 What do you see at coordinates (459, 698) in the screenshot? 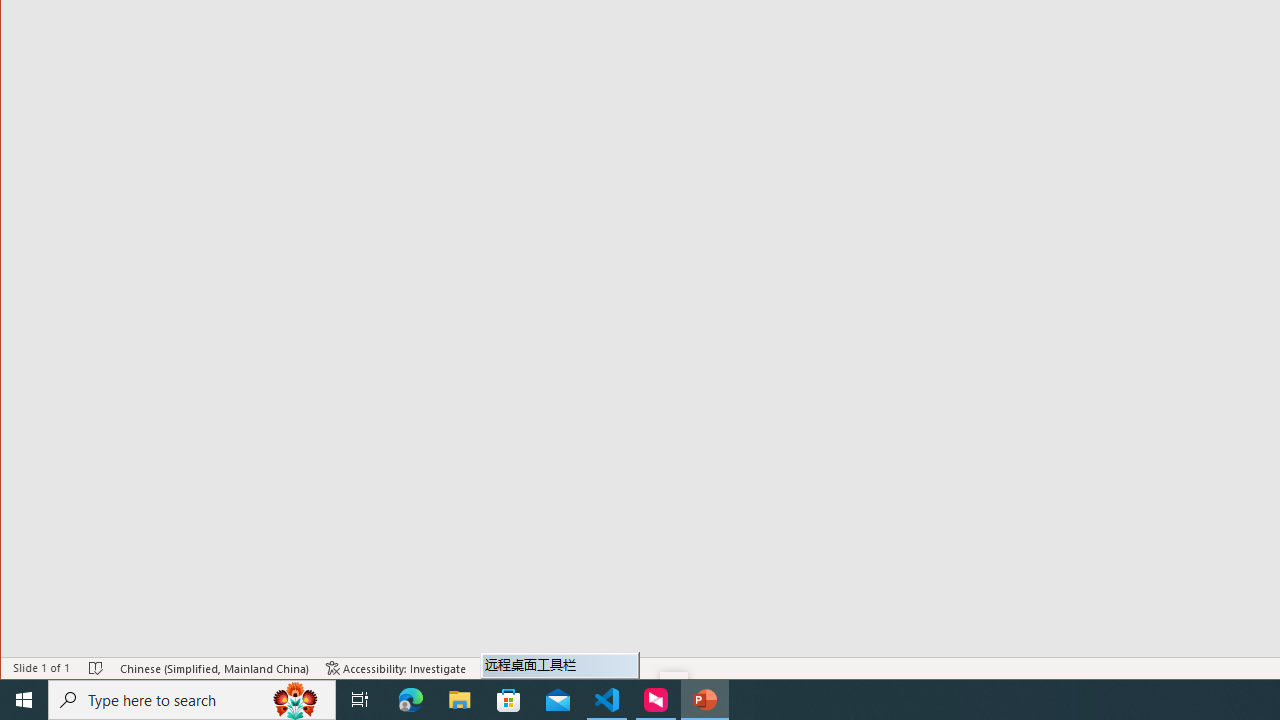
I see `'File Explorer'` at bounding box center [459, 698].